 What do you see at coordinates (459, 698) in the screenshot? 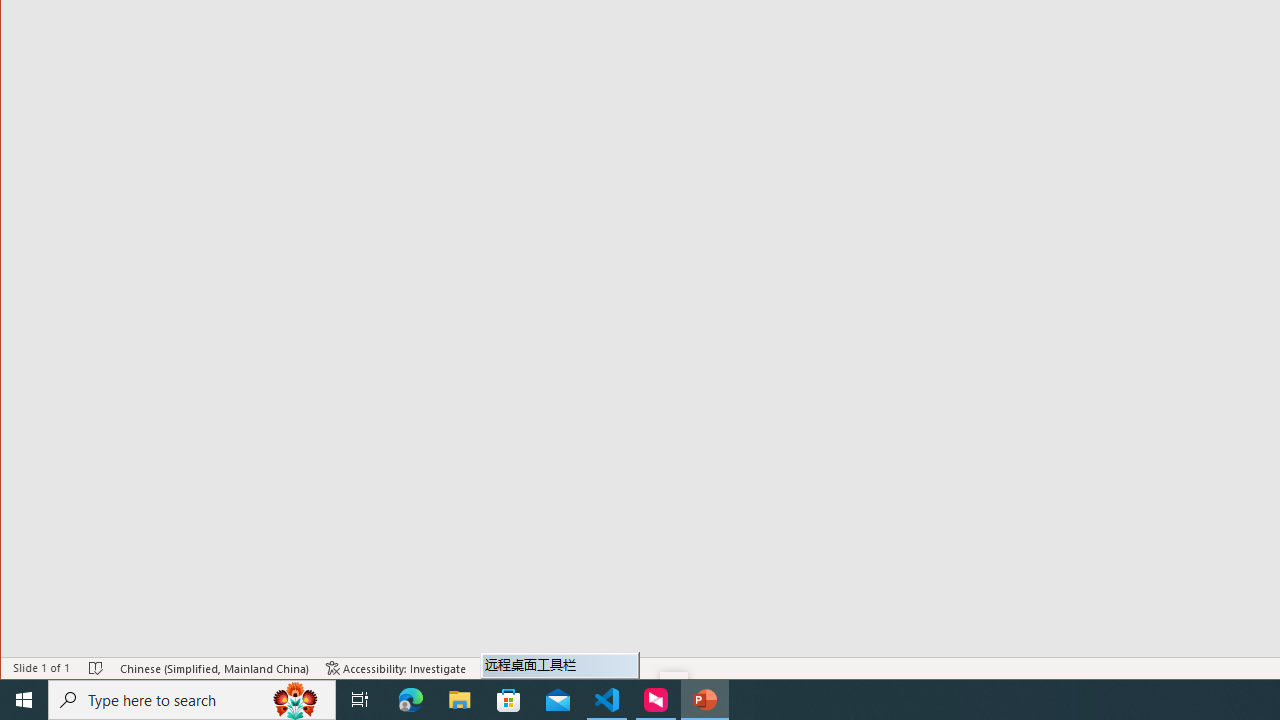
I see `'File Explorer'` at bounding box center [459, 698].